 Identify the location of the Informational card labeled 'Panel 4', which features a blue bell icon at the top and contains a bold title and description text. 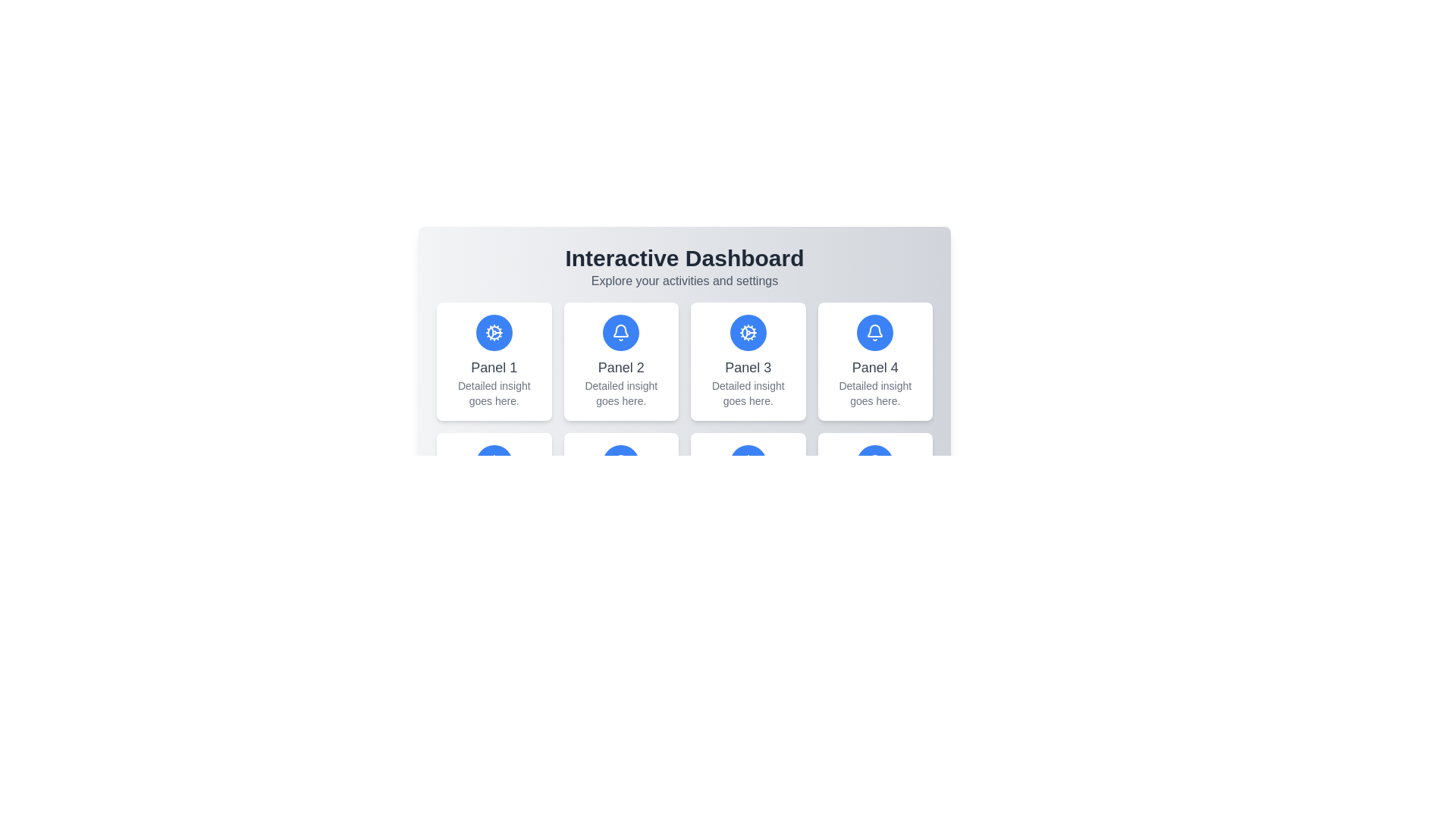
(875, 362).